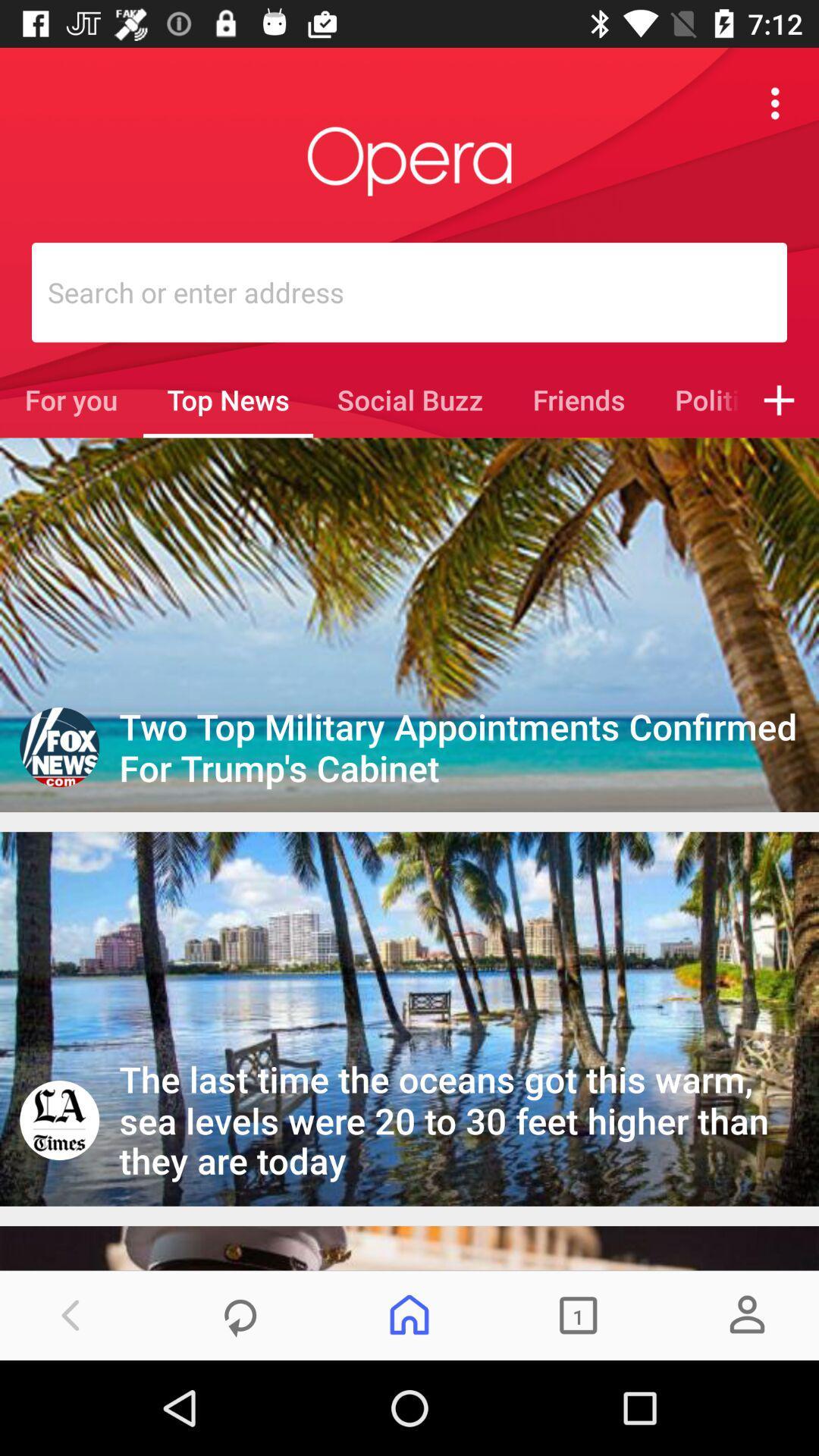  Describe the element at coordinates (409, 1314) in the screenshot. I see `the home icon` at that location.